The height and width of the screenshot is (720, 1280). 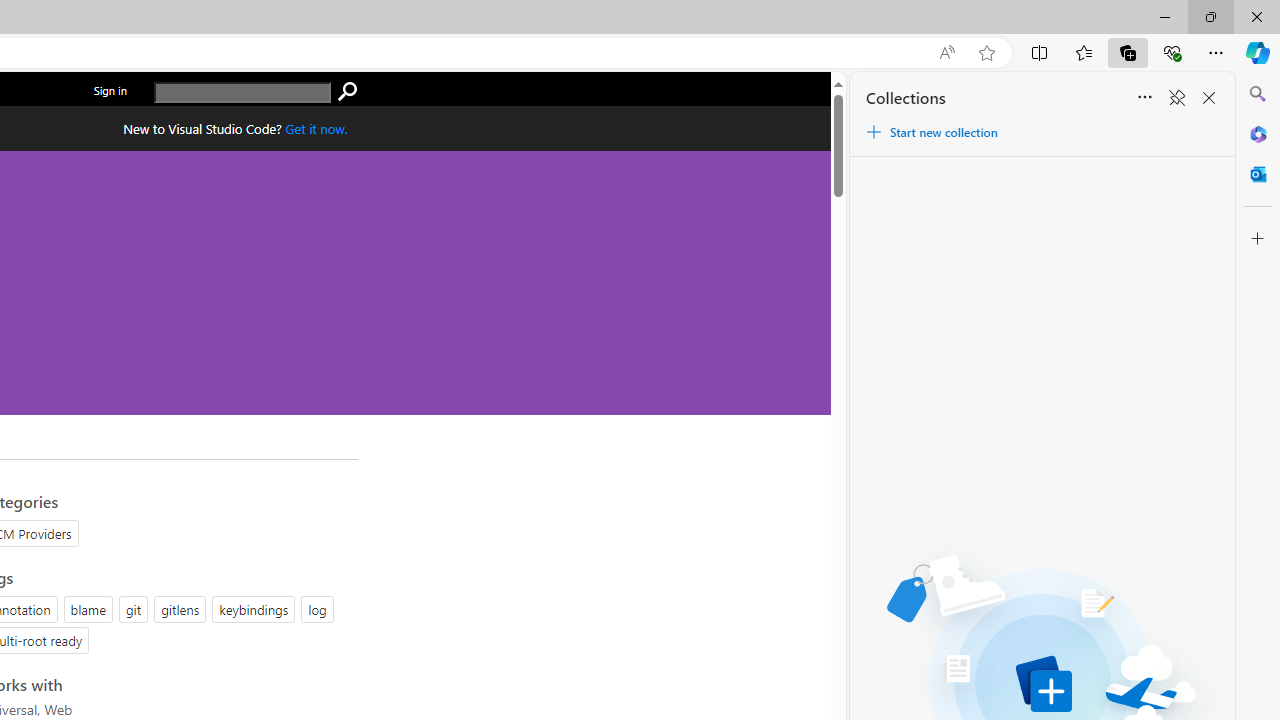 I want to click on 'Unpin Collections', so click(x=1176, y=98).